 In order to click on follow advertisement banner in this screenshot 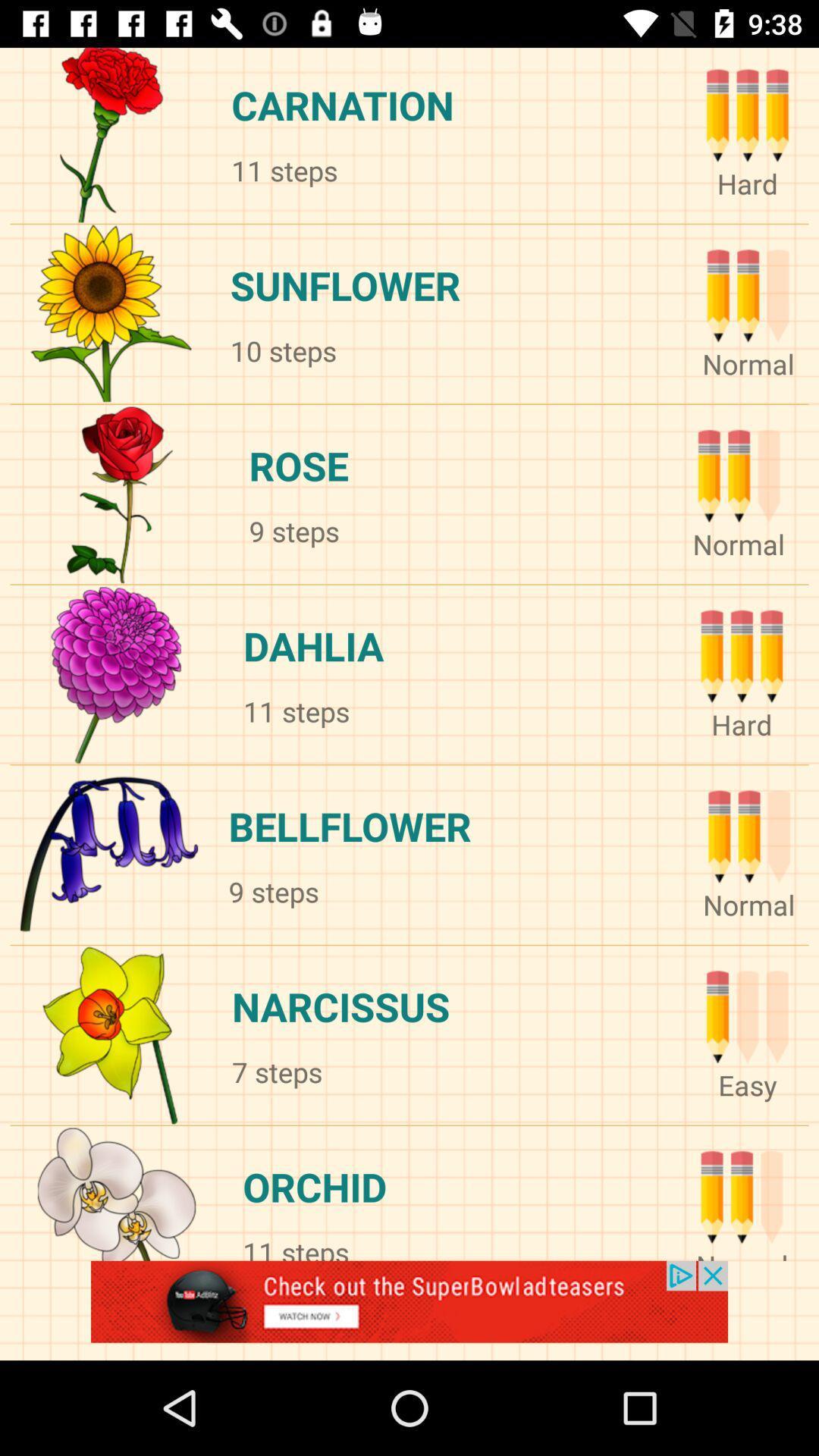, I will do `click(409, 1310)`.